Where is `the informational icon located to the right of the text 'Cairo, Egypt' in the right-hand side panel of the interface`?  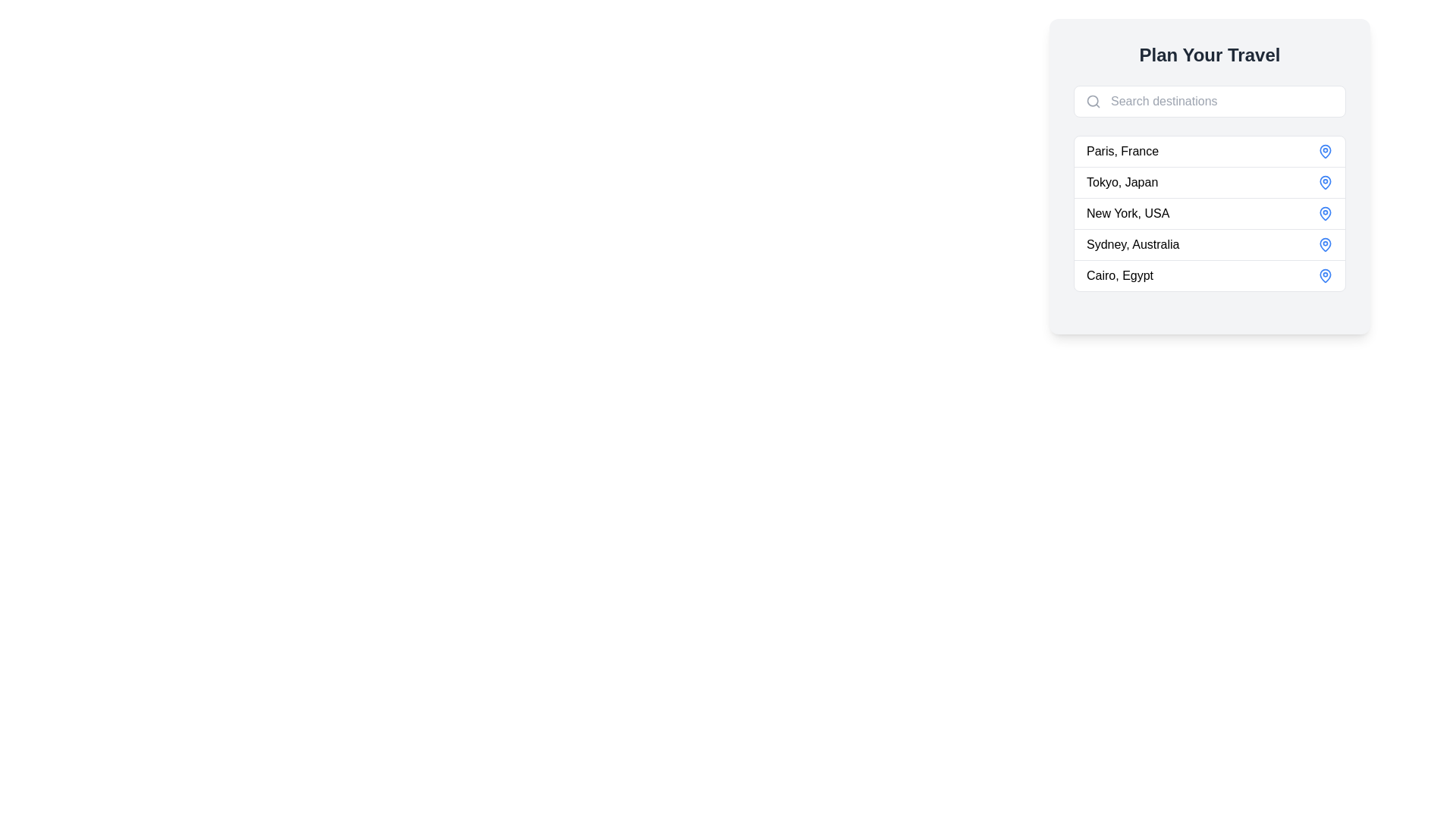 the informational icon located to the right of the text 'Cairo, Egypt' in the right-hand side panel of the interface is located at coordinates (1324, 275).